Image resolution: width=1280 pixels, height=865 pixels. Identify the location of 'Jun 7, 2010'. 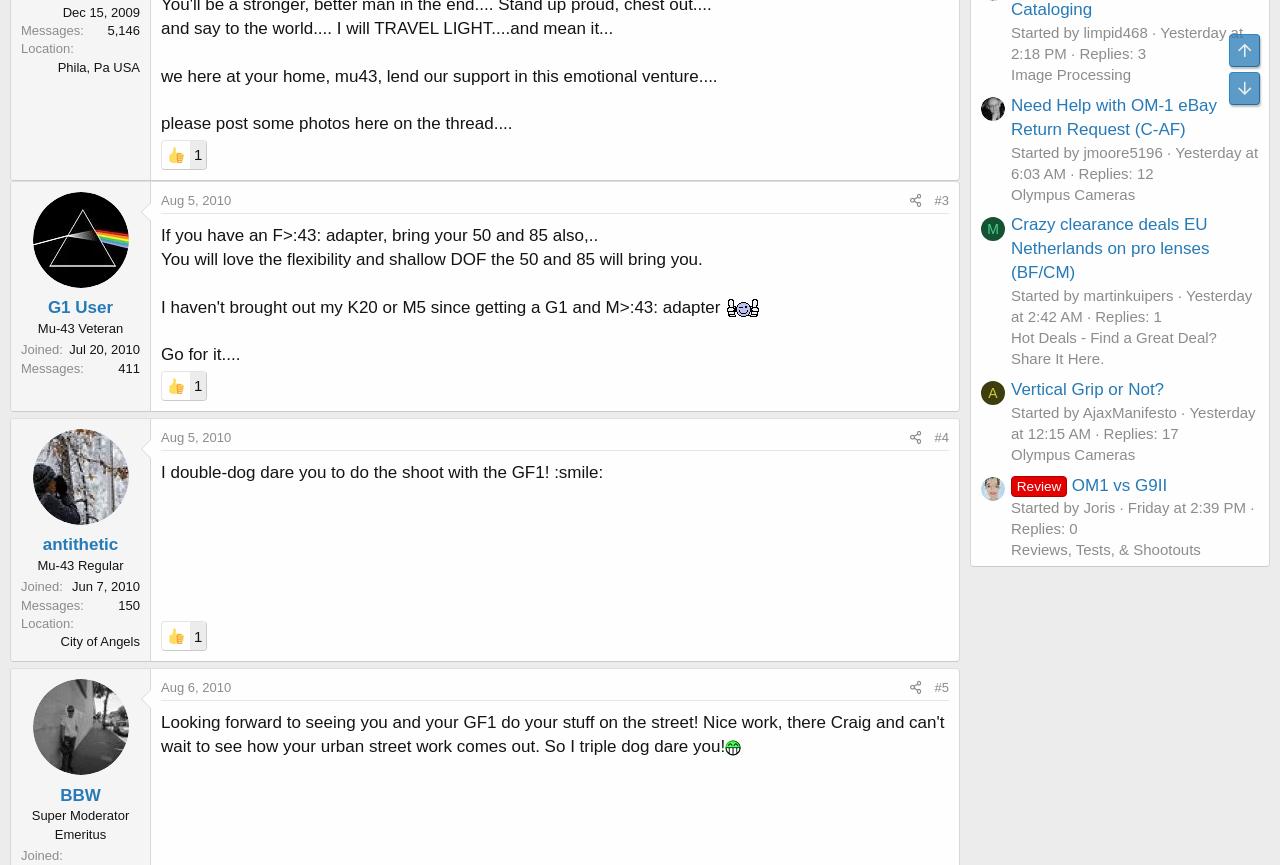
(72, 586).